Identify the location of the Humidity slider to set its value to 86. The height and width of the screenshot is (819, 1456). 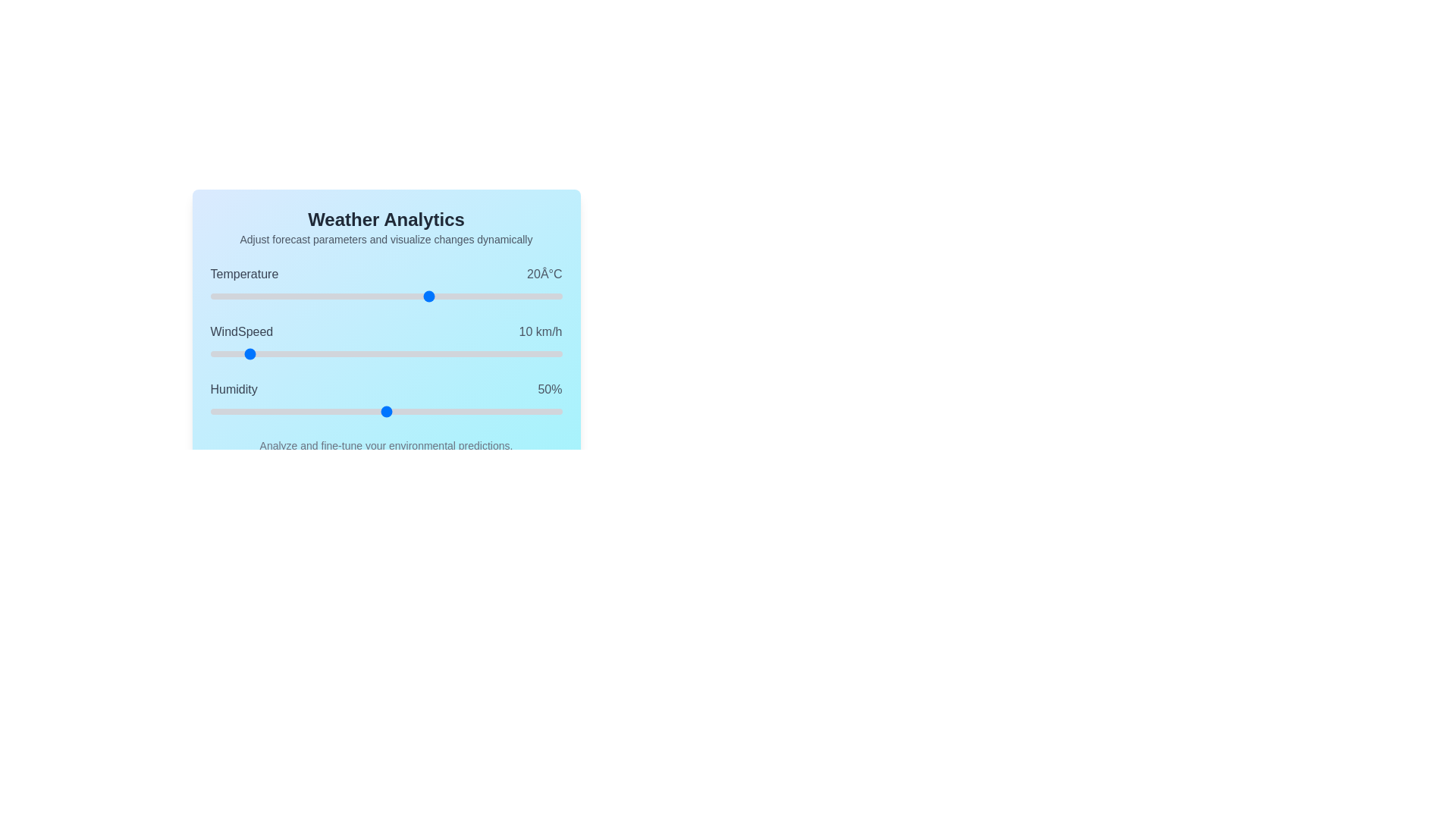
(513, 412).